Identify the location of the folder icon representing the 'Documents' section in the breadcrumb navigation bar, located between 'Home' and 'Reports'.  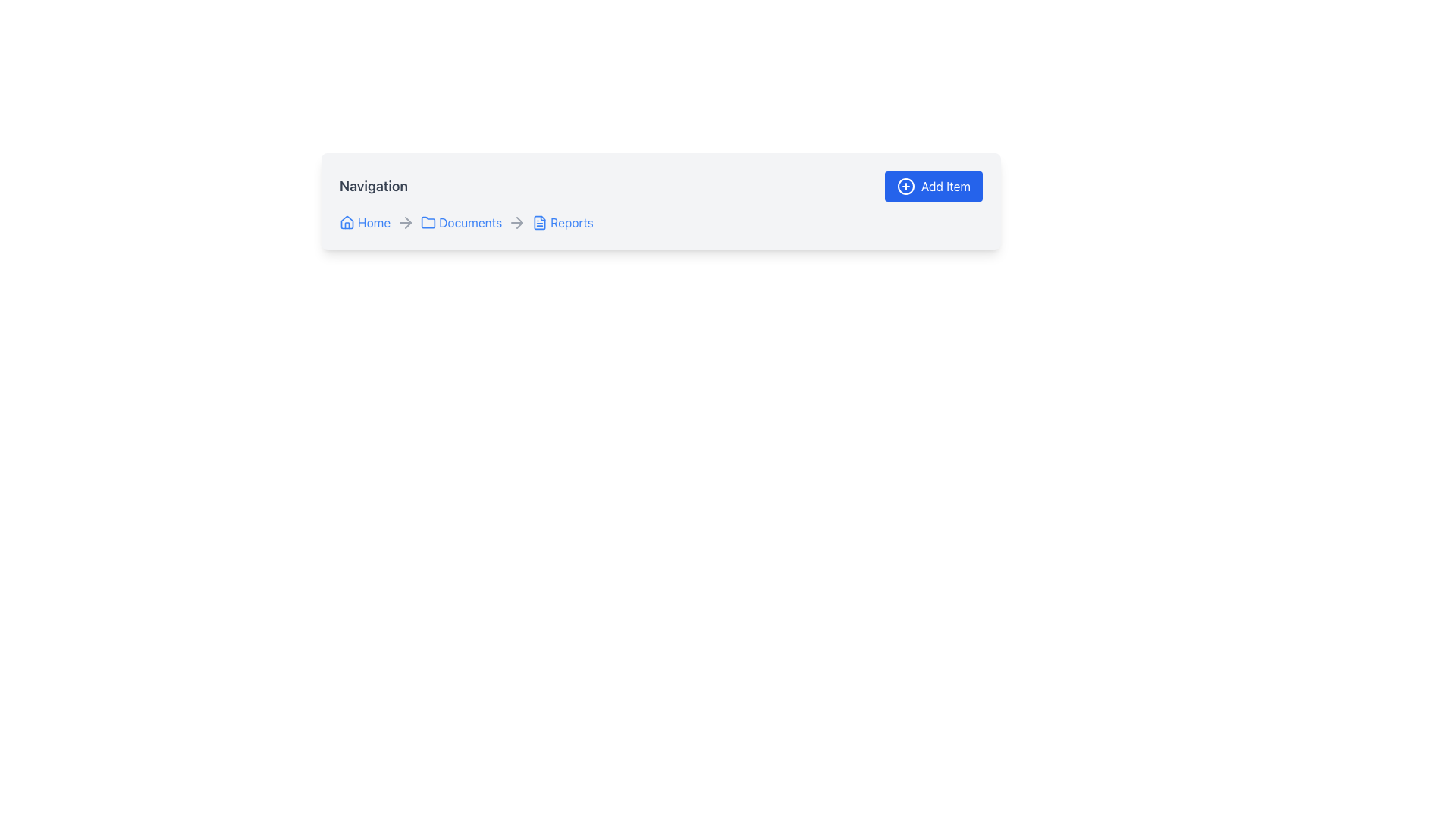
(428, 222).